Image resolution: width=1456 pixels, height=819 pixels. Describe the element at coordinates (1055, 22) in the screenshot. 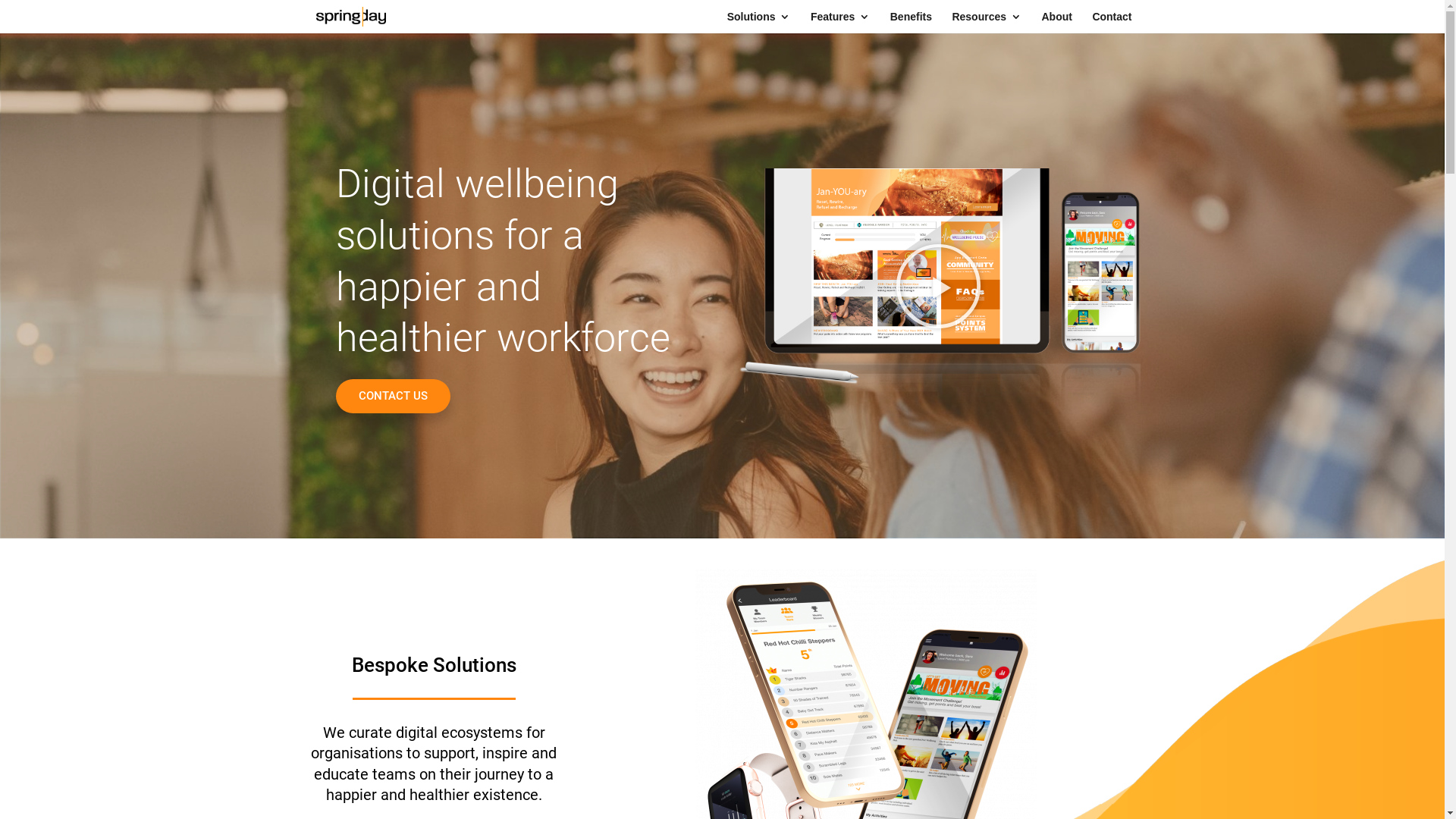

I see `'About'` at that location.